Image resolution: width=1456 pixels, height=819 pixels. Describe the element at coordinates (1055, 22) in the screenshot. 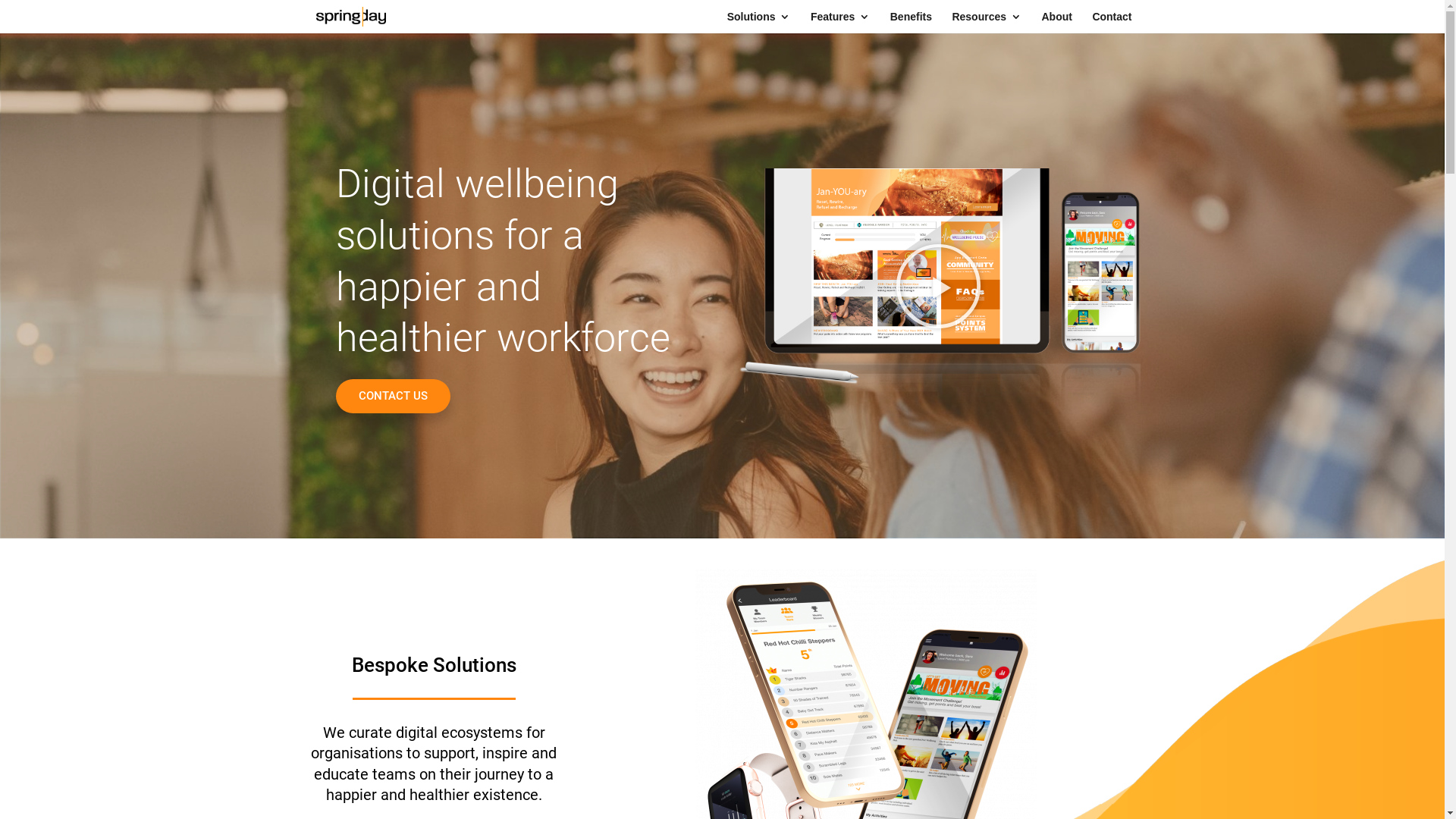

I see `'About'` at that location.